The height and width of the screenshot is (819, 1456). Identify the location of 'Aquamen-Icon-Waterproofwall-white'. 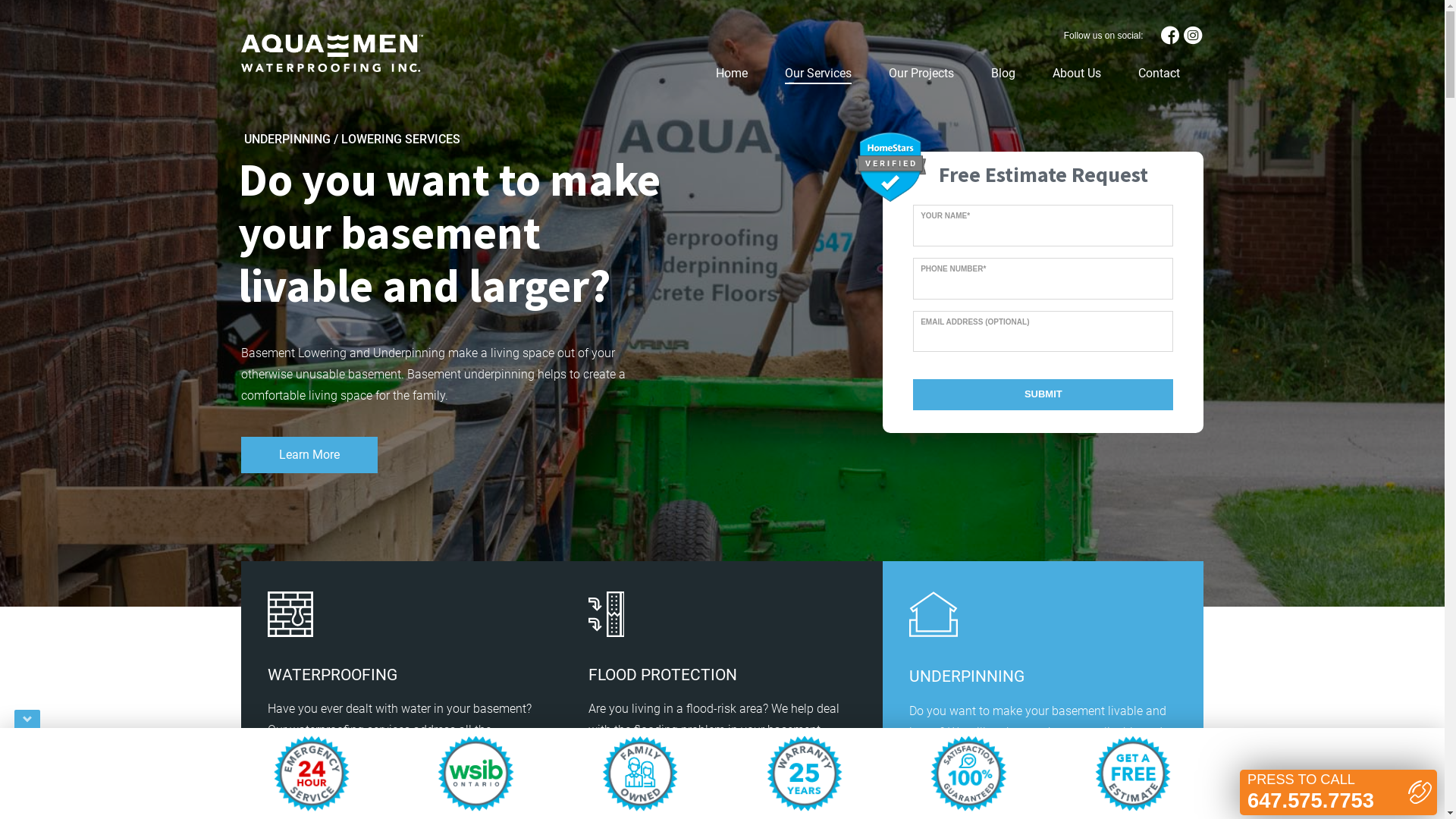
(607, 614).